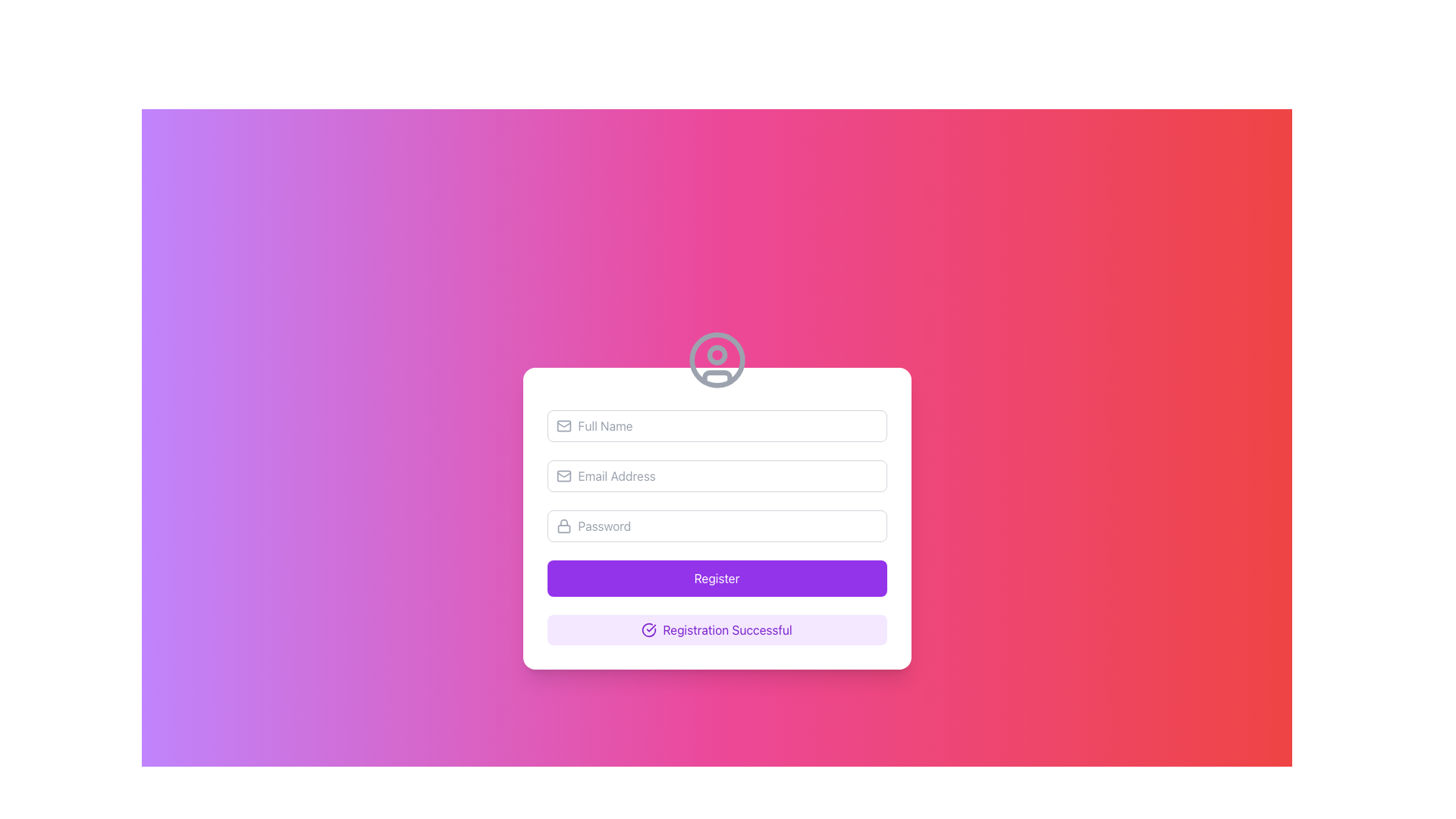  What do you see at coordinates (716, 359) in the screenshot?
I see `the circular user profile icon that is positioned above the registration form and is light gray in color` at bounding box center [716, 359].